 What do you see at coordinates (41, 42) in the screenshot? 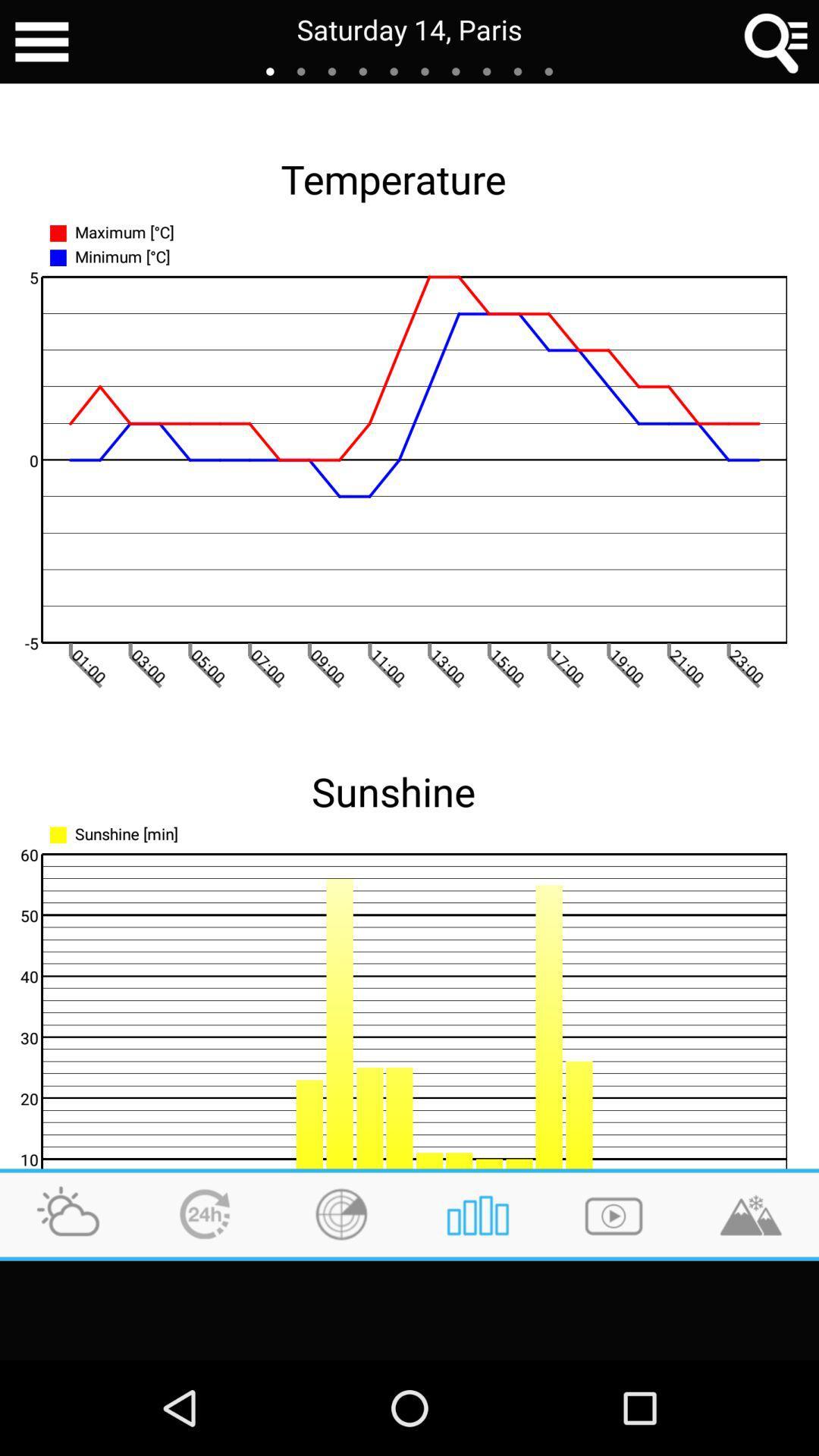
I see `open menu` at bounding box center [41, 42].